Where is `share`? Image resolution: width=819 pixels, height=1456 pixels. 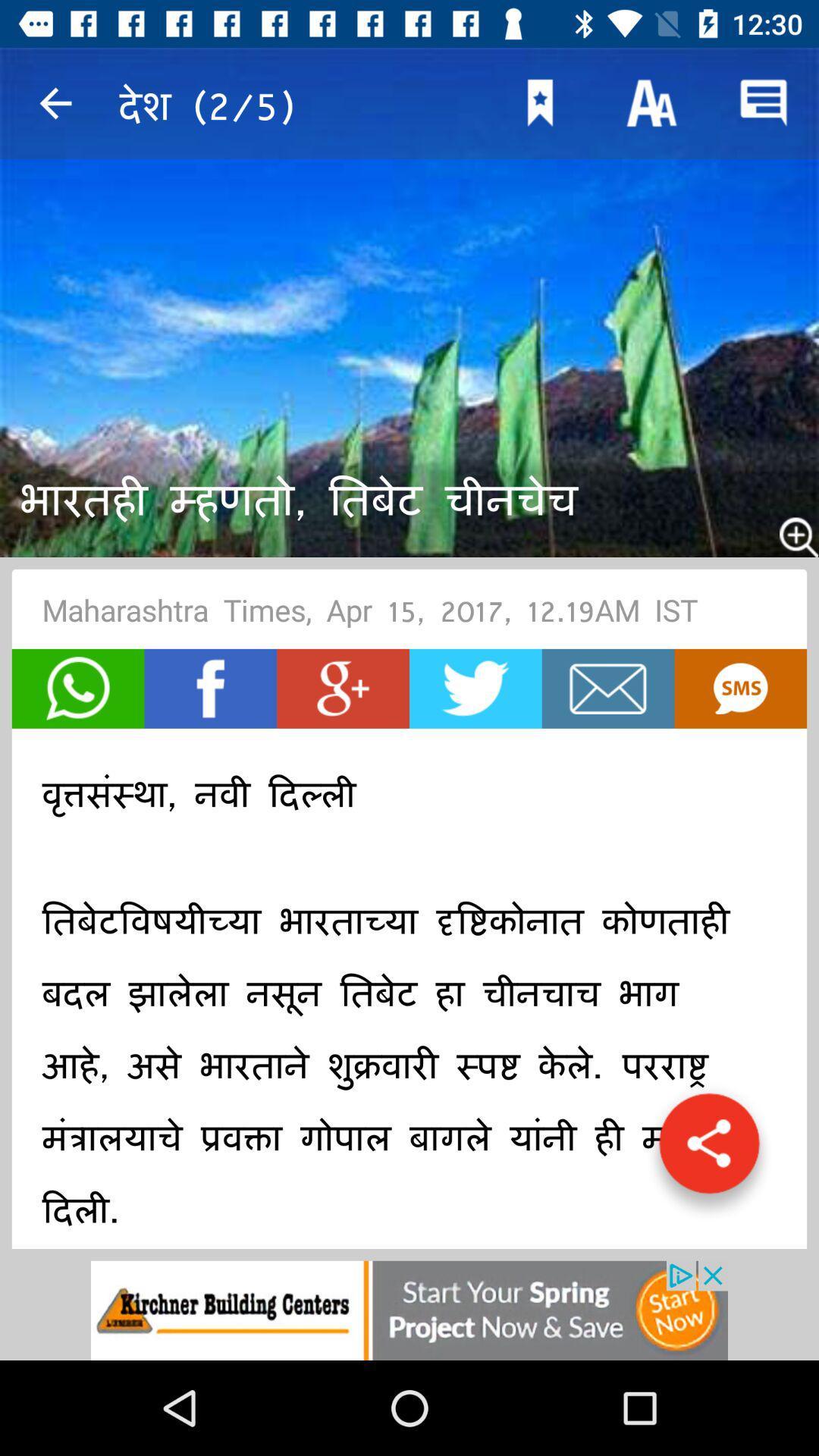
share is located at coordinates (709, 1151).